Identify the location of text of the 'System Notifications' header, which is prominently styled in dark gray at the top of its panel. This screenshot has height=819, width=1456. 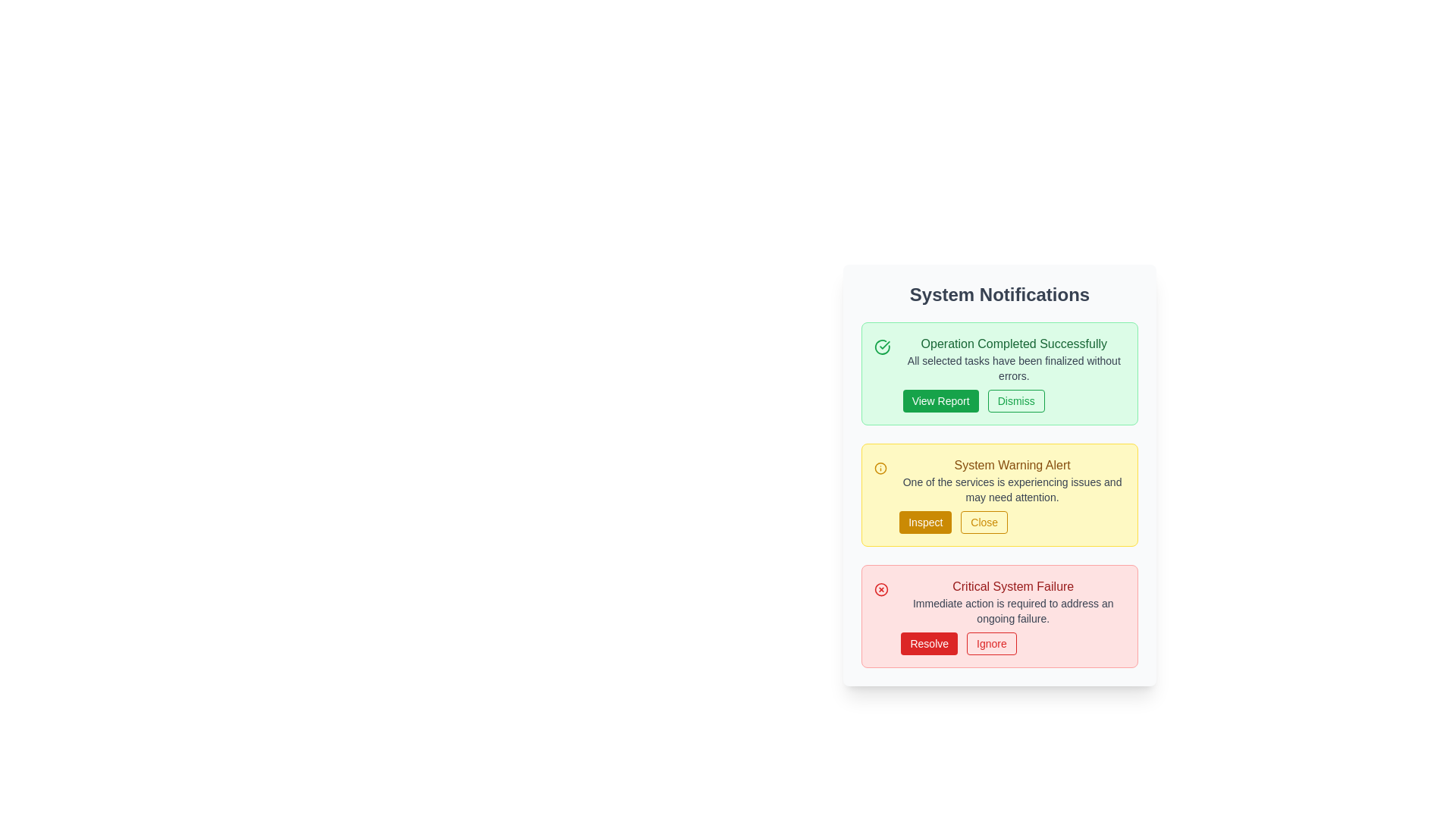
(999, 295).